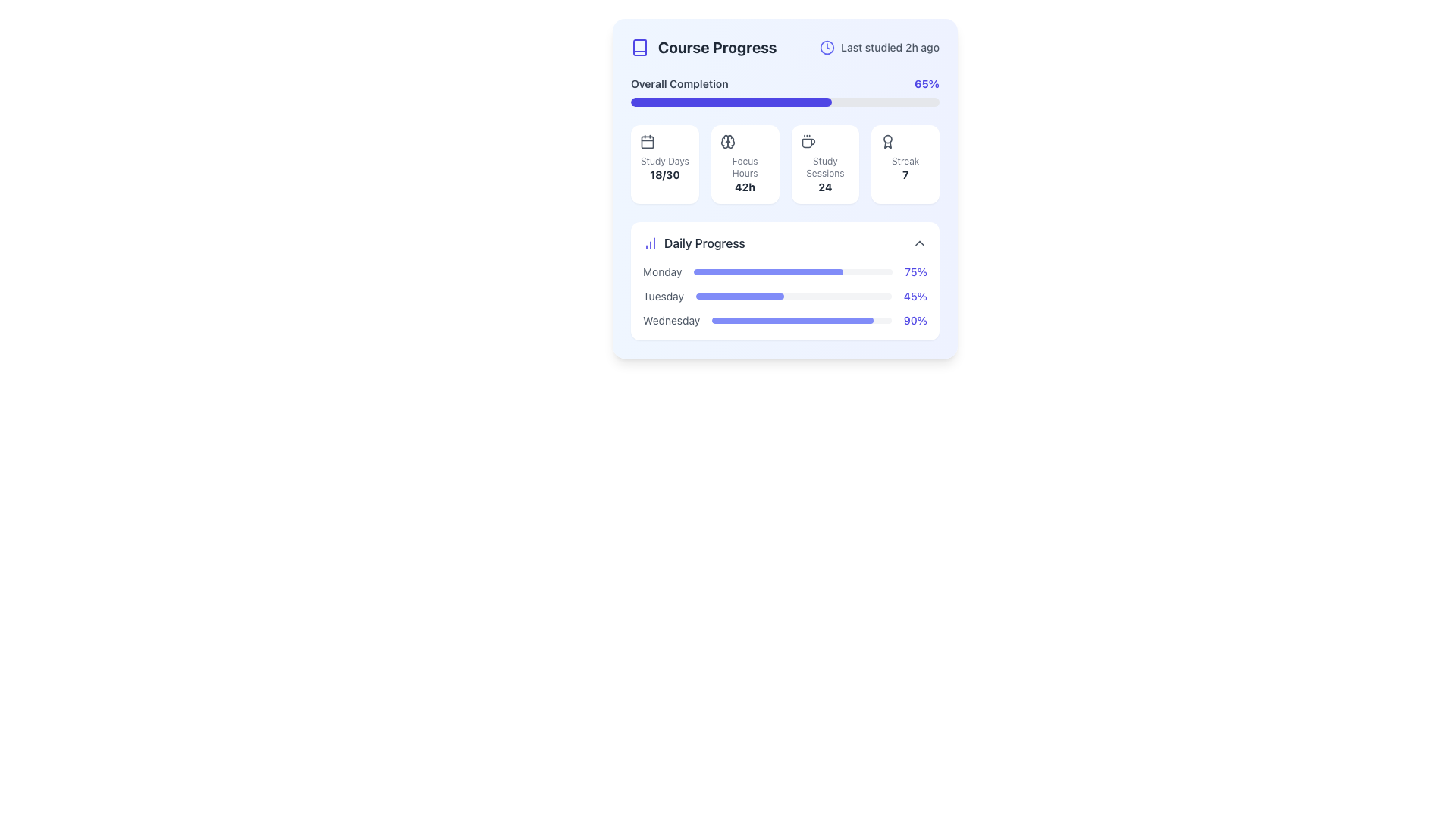 The width and height of the screenshot is (1456, 819). I want to click on the timestamp text with icon located in the top right corner of the 'Course Progress' section, which is to the right of the 'Course Progress' title, so click(880, 46).